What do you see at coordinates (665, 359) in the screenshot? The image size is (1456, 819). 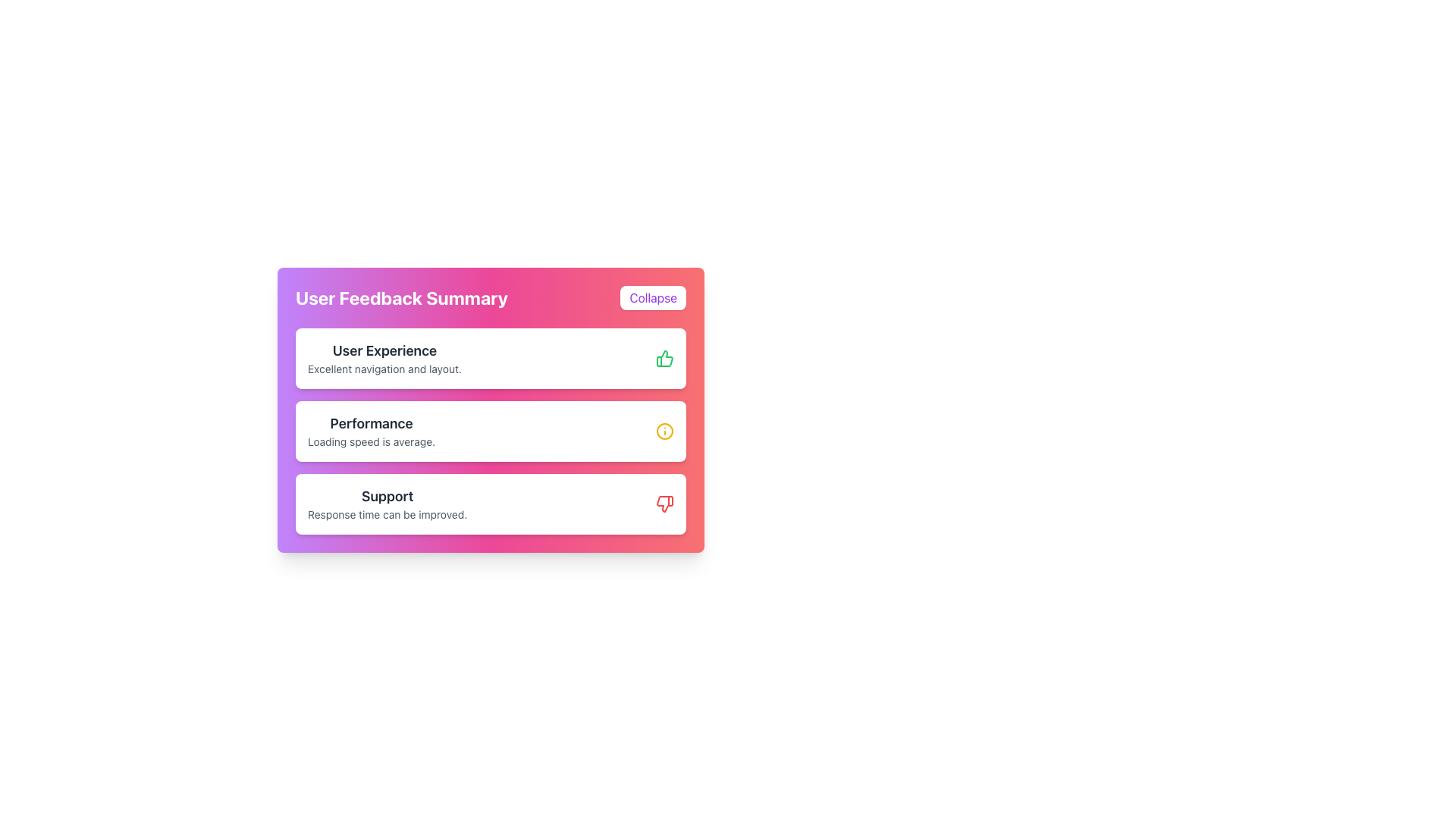 I see `the white thumb-up icon with a thick green outline located in the rightmost section of the 'User Experience' card to acknowledge the feedback` at bounding box center [665, 359].